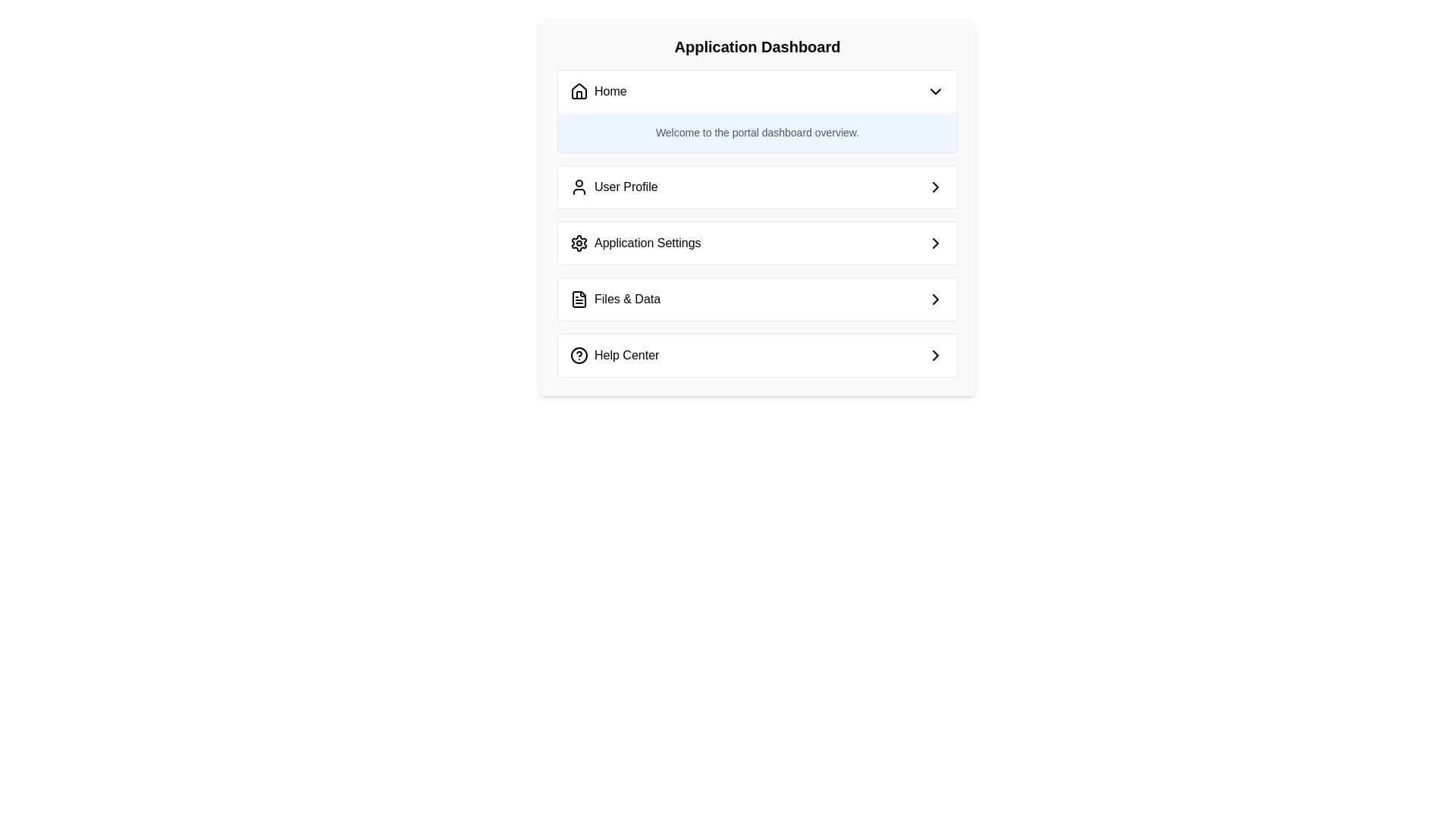 This screenshot has width=1456, height=819. I want to click on the user profile icon, which is located to the left of the 'User Profile' text in the second row of the vertically stacked menu, so click(578, 186).